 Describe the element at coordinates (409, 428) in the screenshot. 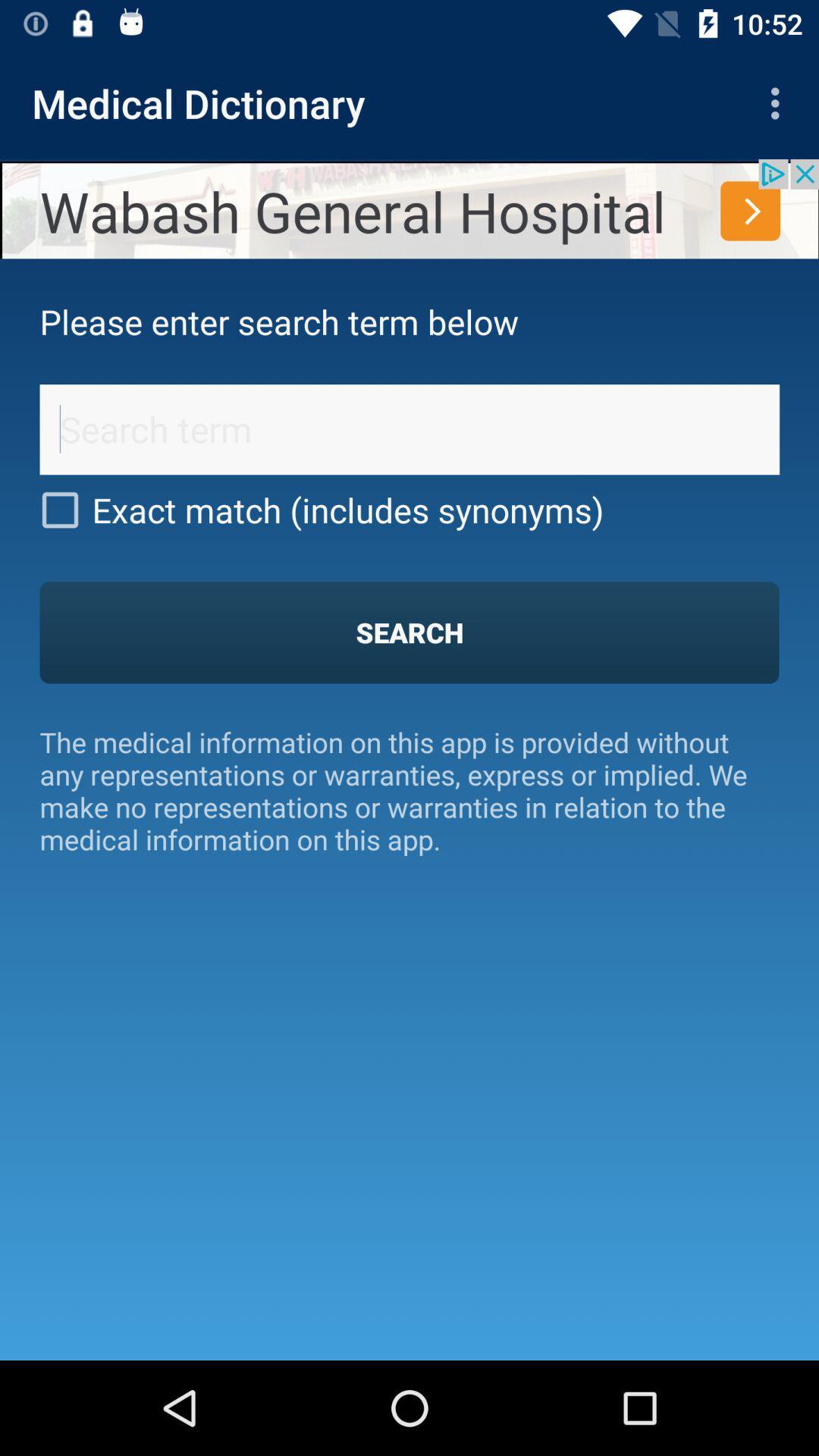

I see `type your search` at that location.